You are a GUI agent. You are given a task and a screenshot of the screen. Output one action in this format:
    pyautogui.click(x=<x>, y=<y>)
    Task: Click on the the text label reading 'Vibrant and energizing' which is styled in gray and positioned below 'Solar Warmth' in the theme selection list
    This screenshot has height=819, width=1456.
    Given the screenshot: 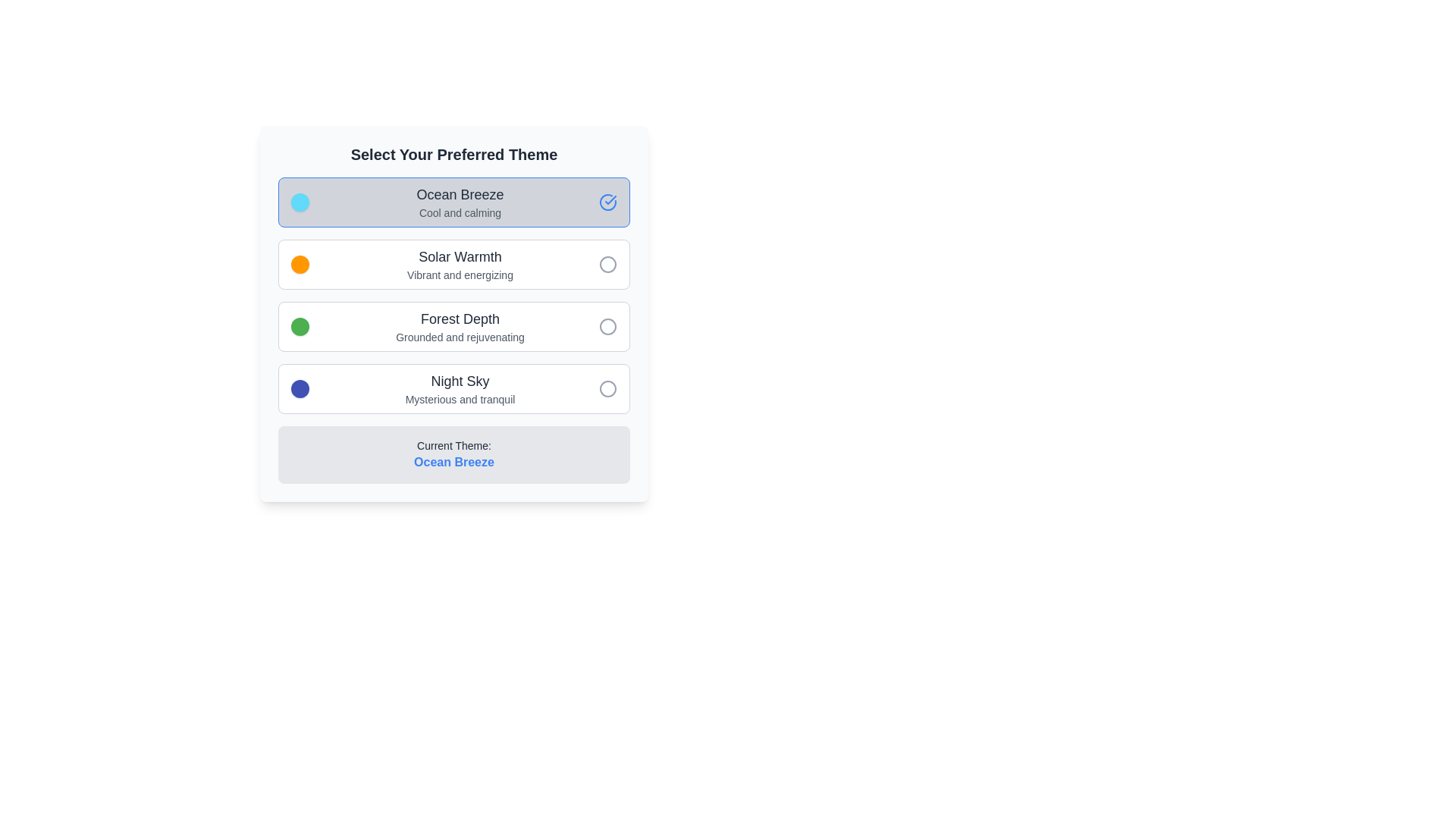 What is the action you would take?
    pyautogui.click(x=459, y=275)
    